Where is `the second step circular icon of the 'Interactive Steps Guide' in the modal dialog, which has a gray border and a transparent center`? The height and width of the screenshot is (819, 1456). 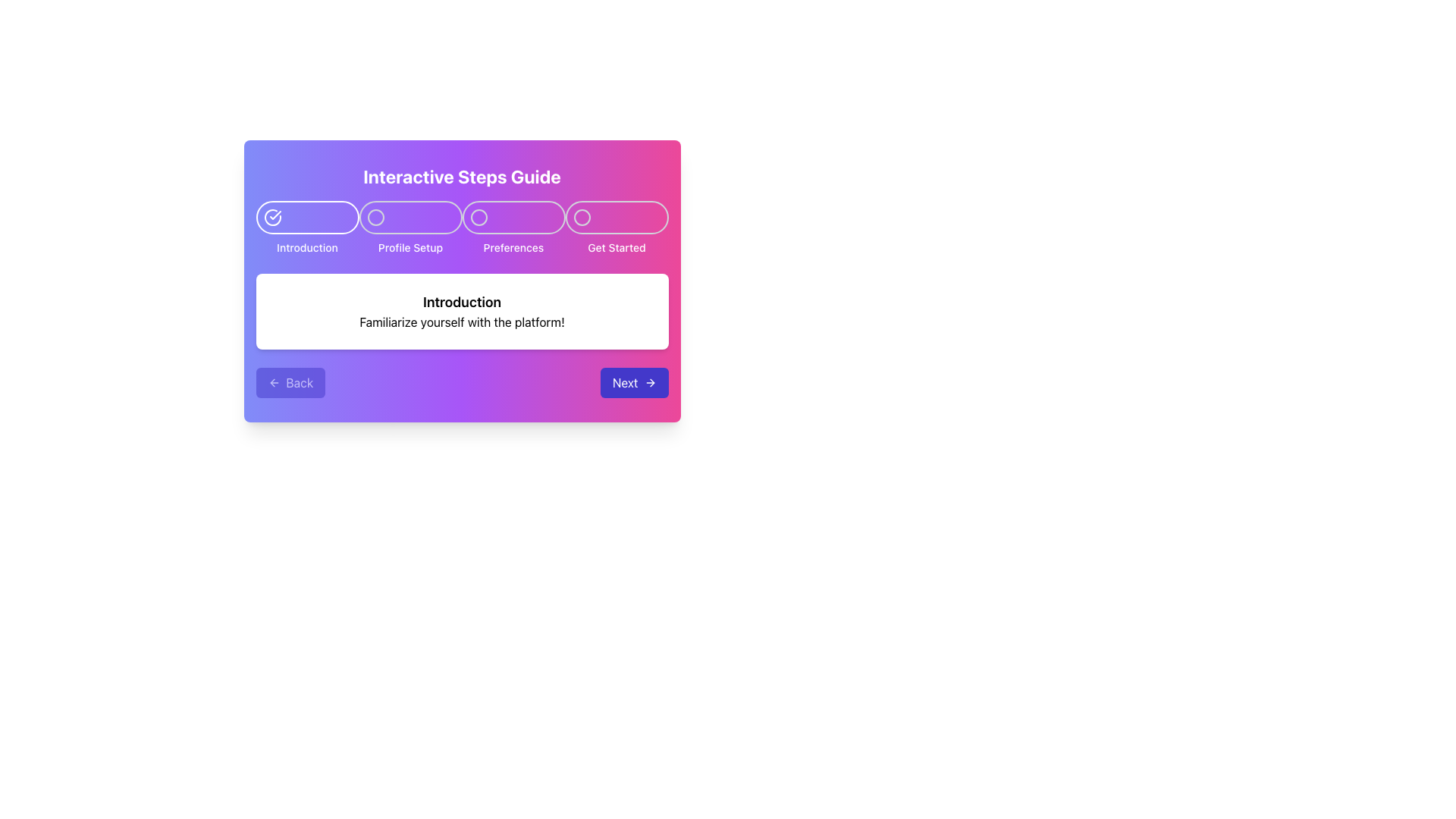 the second step circular icon of the 'Interactive Steps Guide' in the modal dialog, which has a gray border and a transparent center is located at coordinates (375, 217).